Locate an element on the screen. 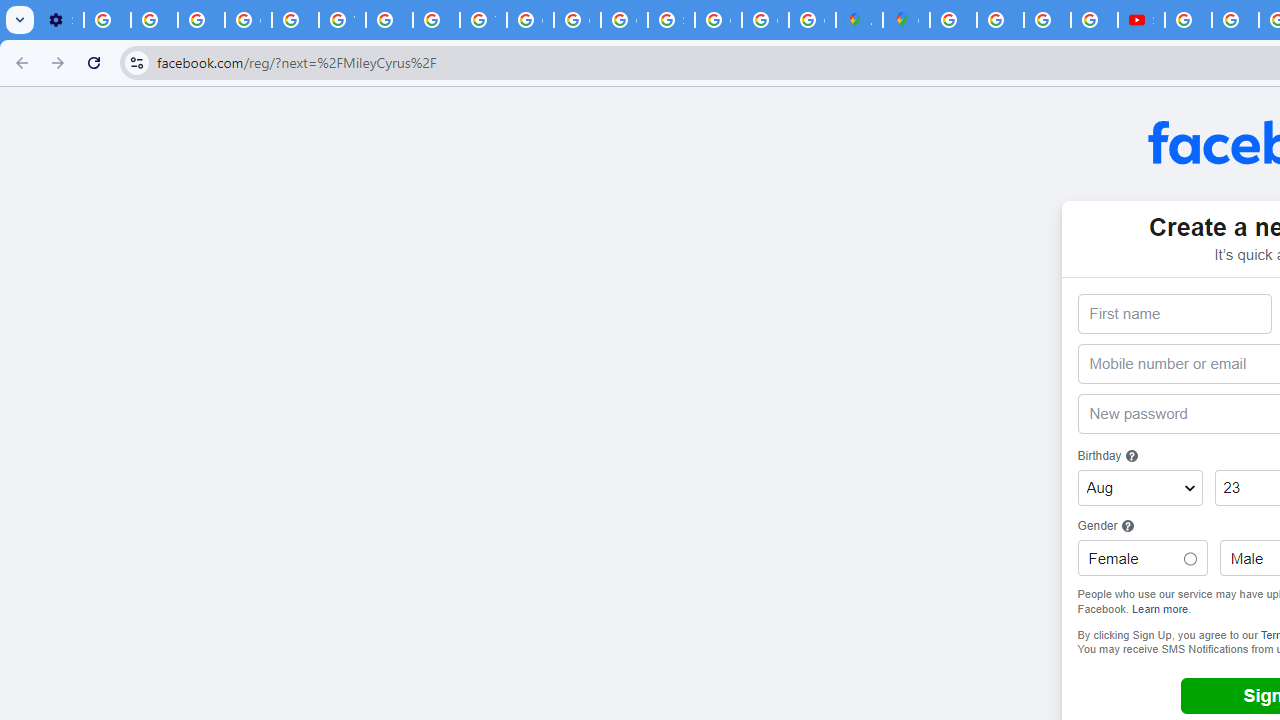 This screenshot has height=720, width=1280. 'Back' is located at coordinates (19, 61).